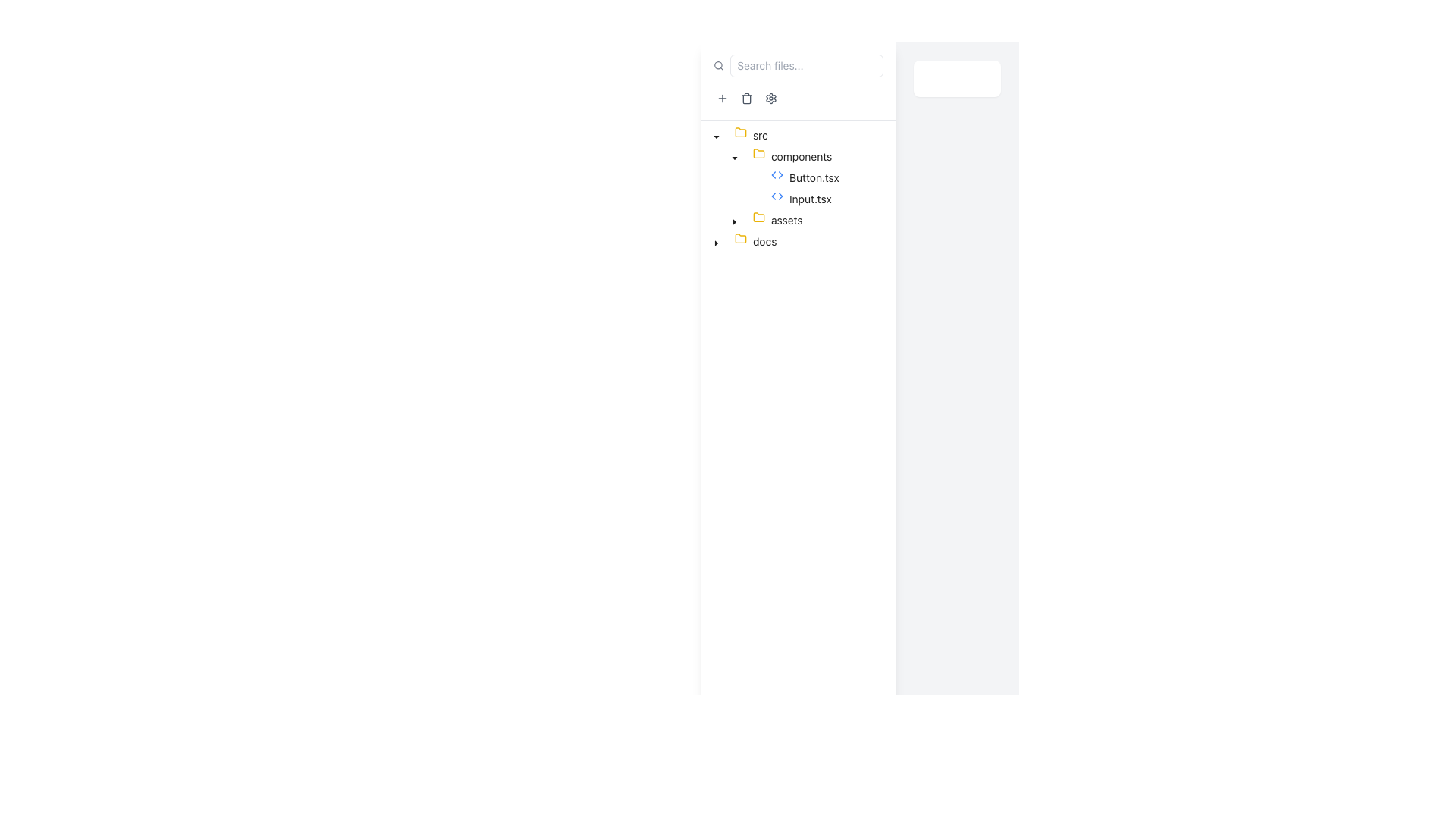  I want to click on the search icon located in the top navigation bar, which indicates the presence of a search function next to the input field with the placeholder 'Search files...', so click(718, 65).